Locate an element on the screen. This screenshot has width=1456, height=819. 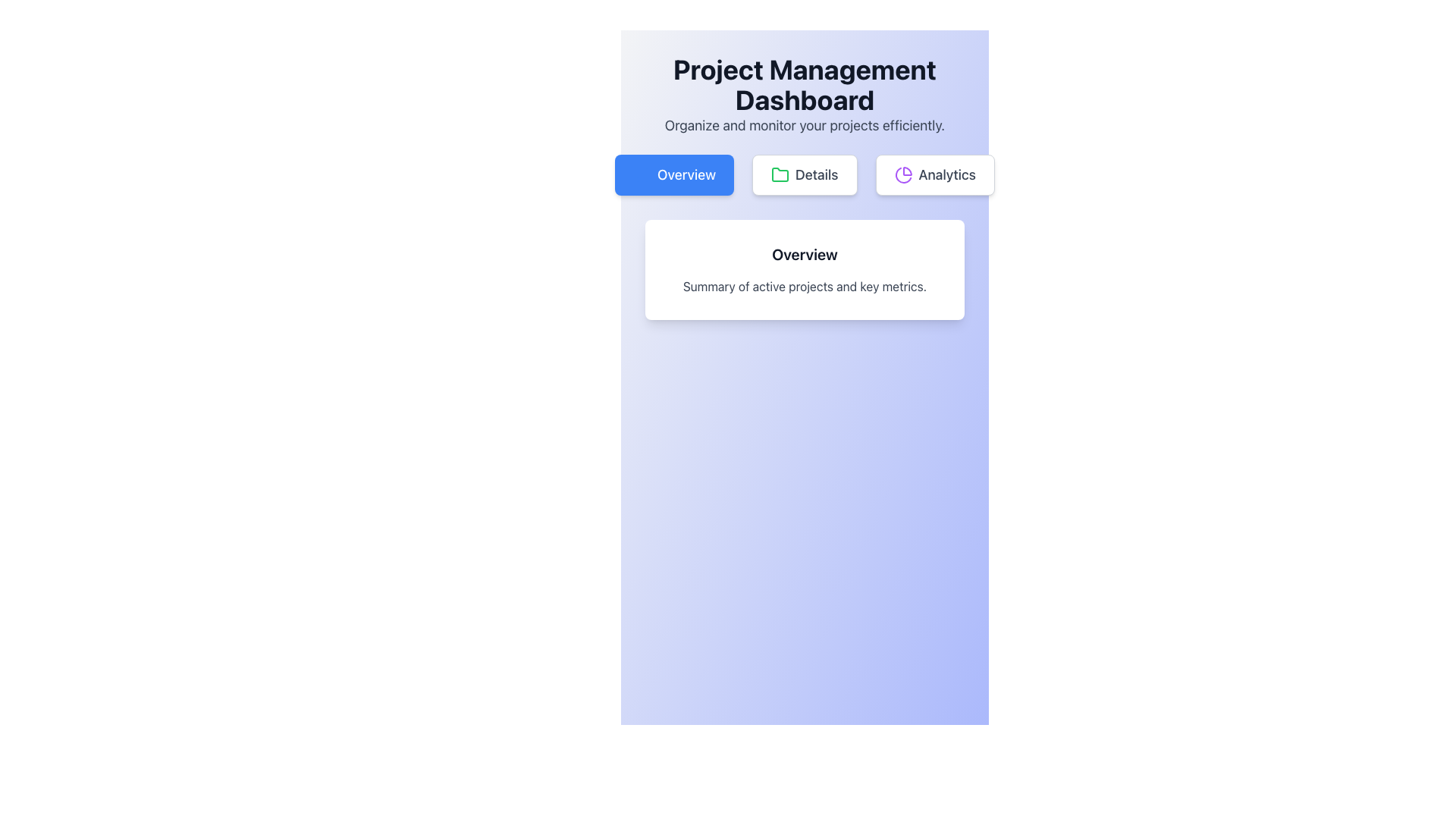
the 'Analytics' button is located at coordinates (934, 174).